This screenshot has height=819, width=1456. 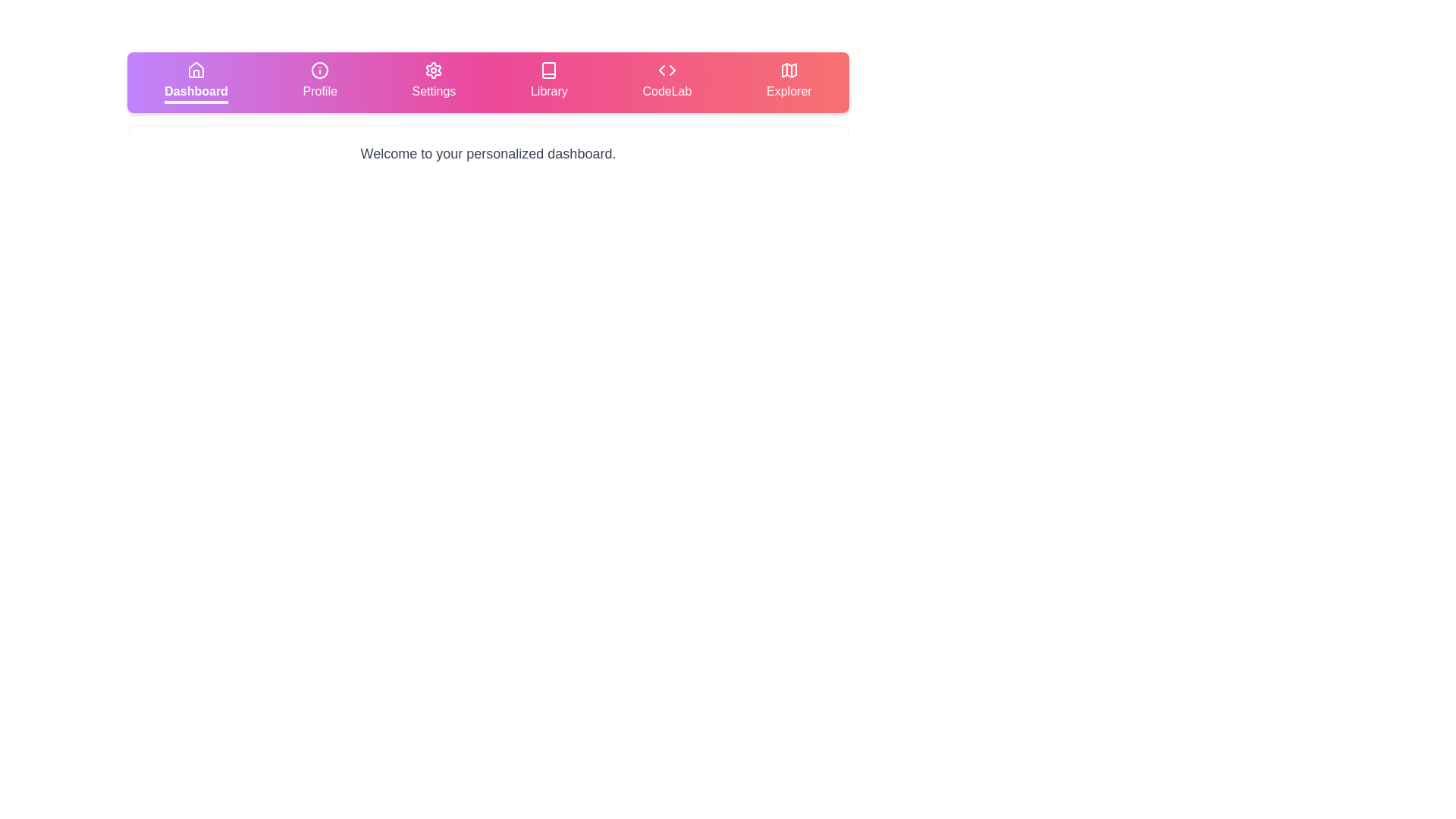 I want to click on the tab labeled CodeLab to display its content, so click(x=667, y=82).